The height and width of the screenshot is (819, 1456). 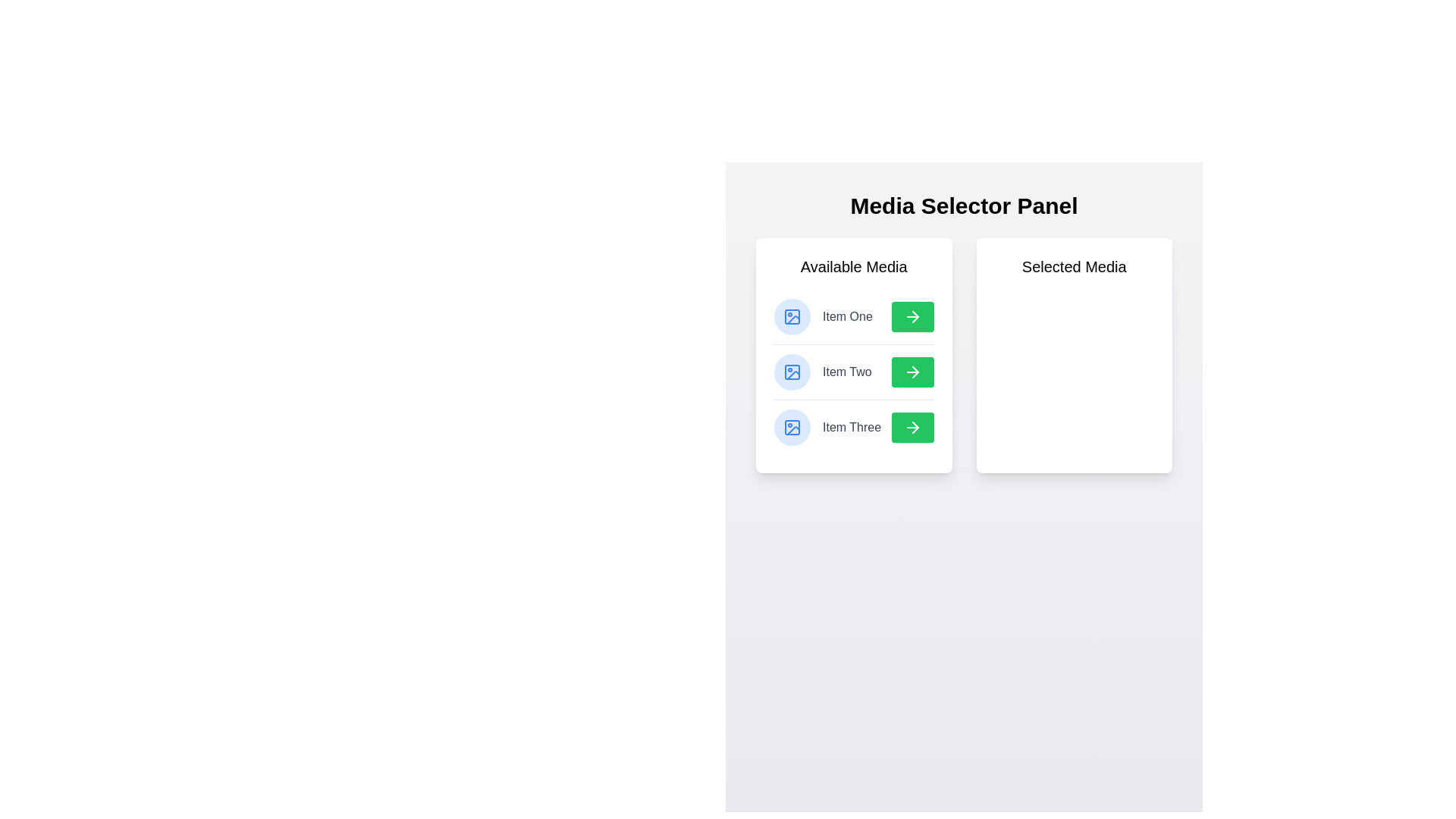 I want to click on the Text Label indicating the name or title of the third selectable media item in the 'Available Media' list, so click(x=852, y=427).